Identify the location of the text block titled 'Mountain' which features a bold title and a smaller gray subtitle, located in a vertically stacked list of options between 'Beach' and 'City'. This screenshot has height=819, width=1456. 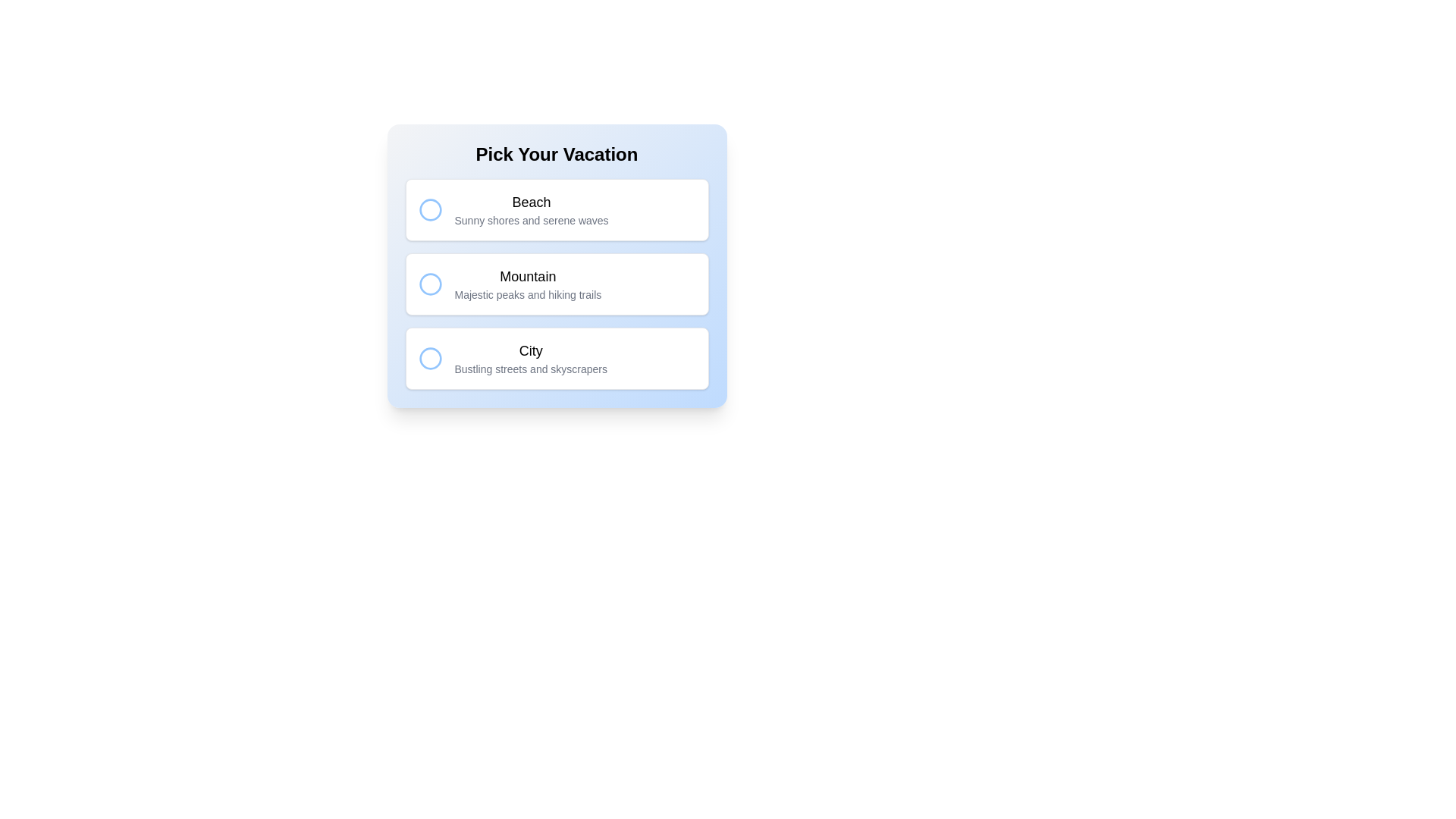
(528, 284).